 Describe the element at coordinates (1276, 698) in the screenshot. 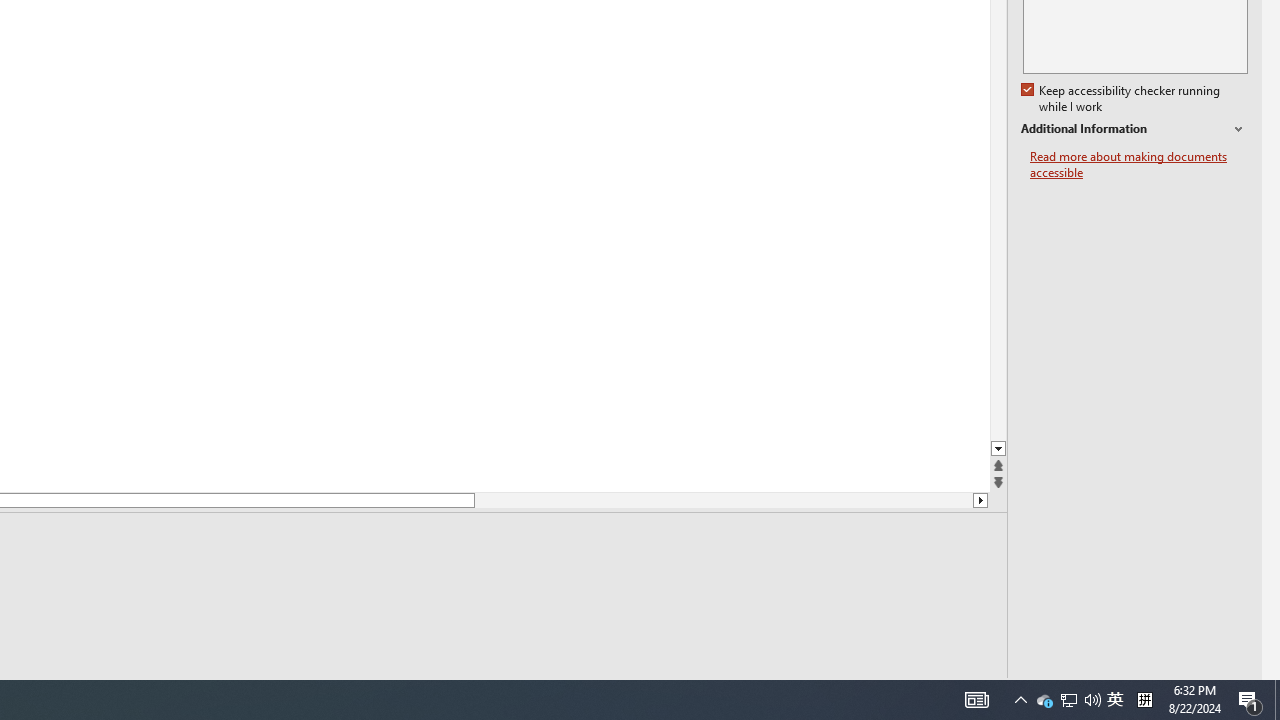

I see `'Show desktop'` at that location.